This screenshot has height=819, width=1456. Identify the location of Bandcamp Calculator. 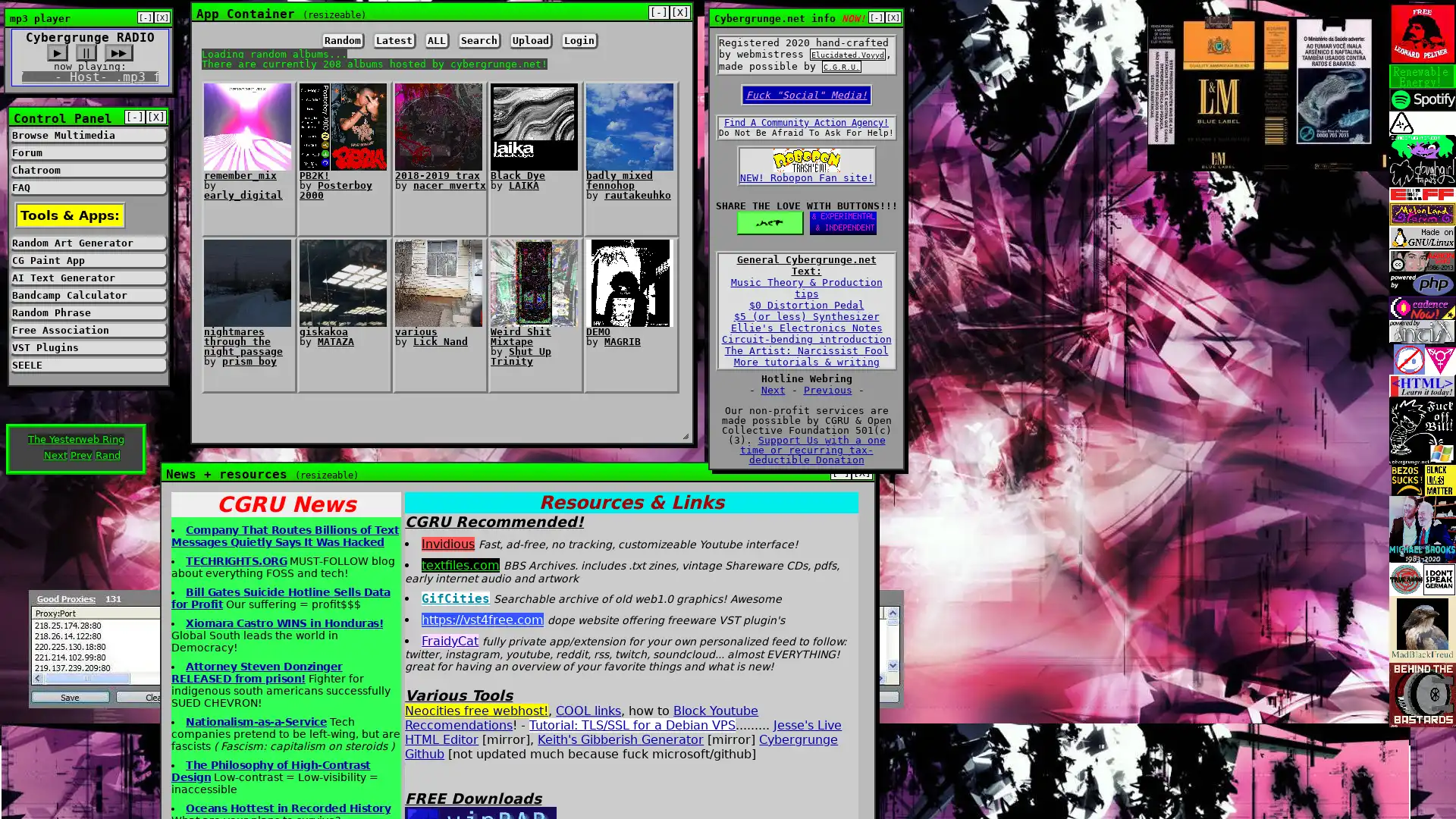
(87, 295).